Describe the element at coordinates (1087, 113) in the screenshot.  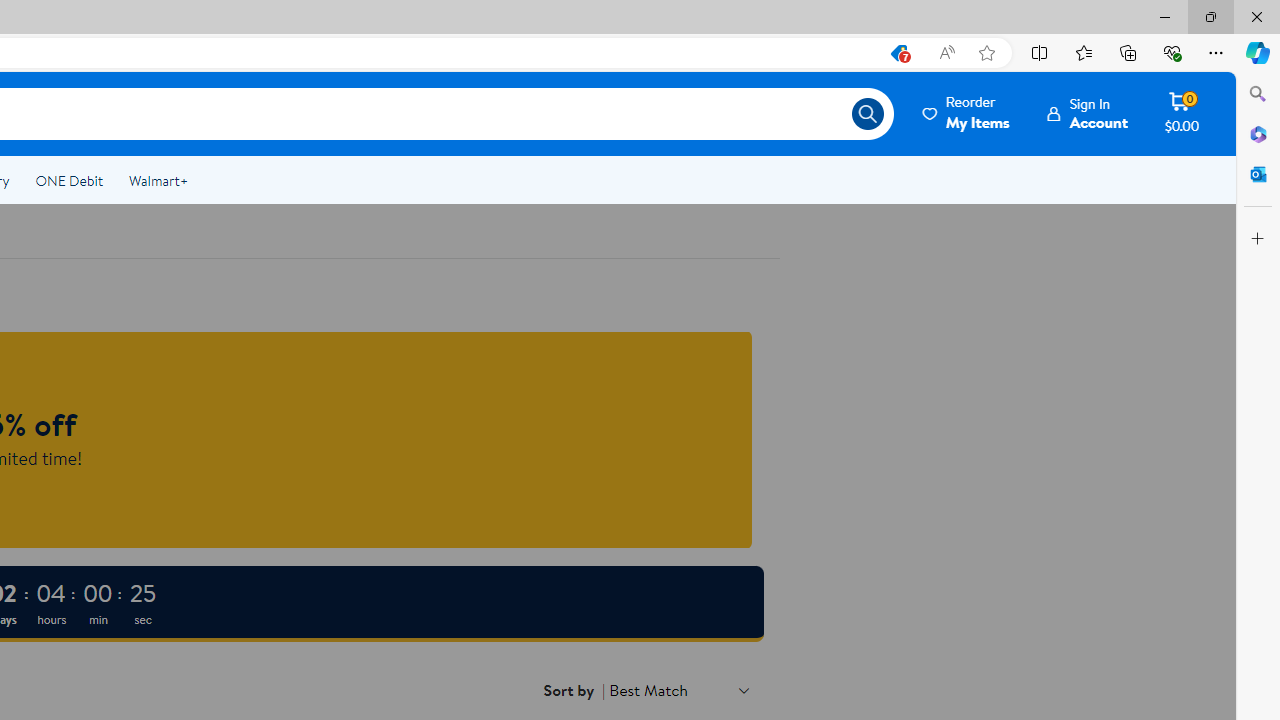
I see `'Sign In Account'` at that location.